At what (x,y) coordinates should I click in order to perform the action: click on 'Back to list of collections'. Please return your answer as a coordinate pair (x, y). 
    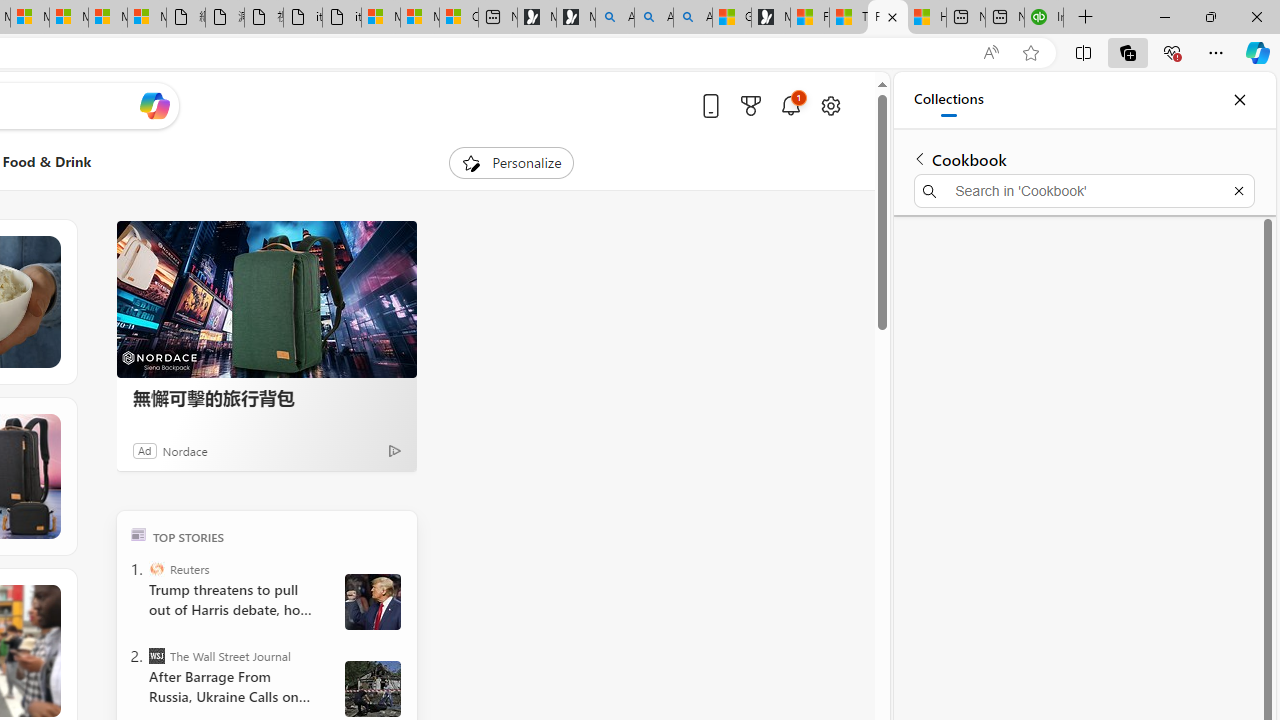
    Looking at the image, I should click on (919, 158).